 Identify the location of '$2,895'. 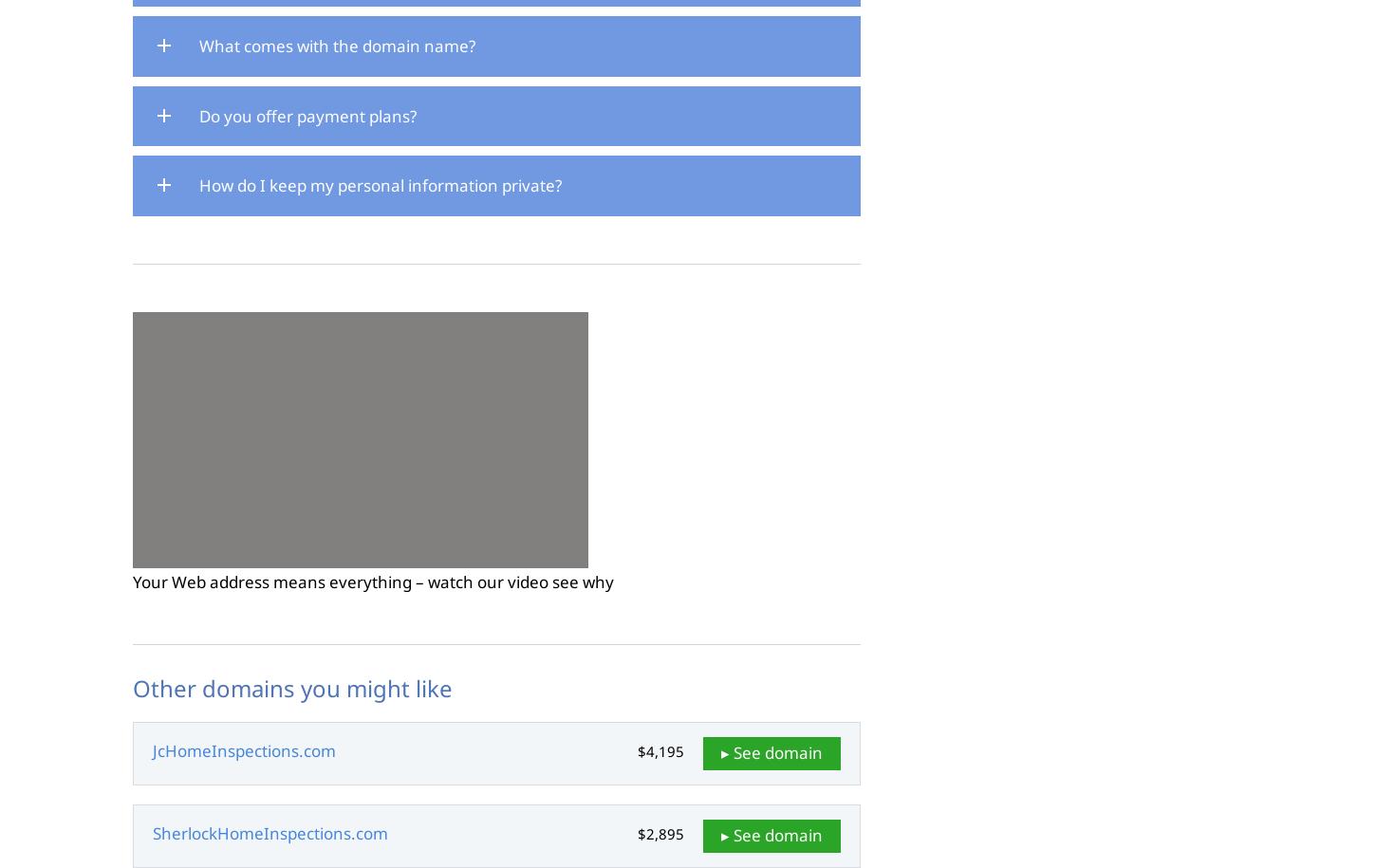
(660, 833).